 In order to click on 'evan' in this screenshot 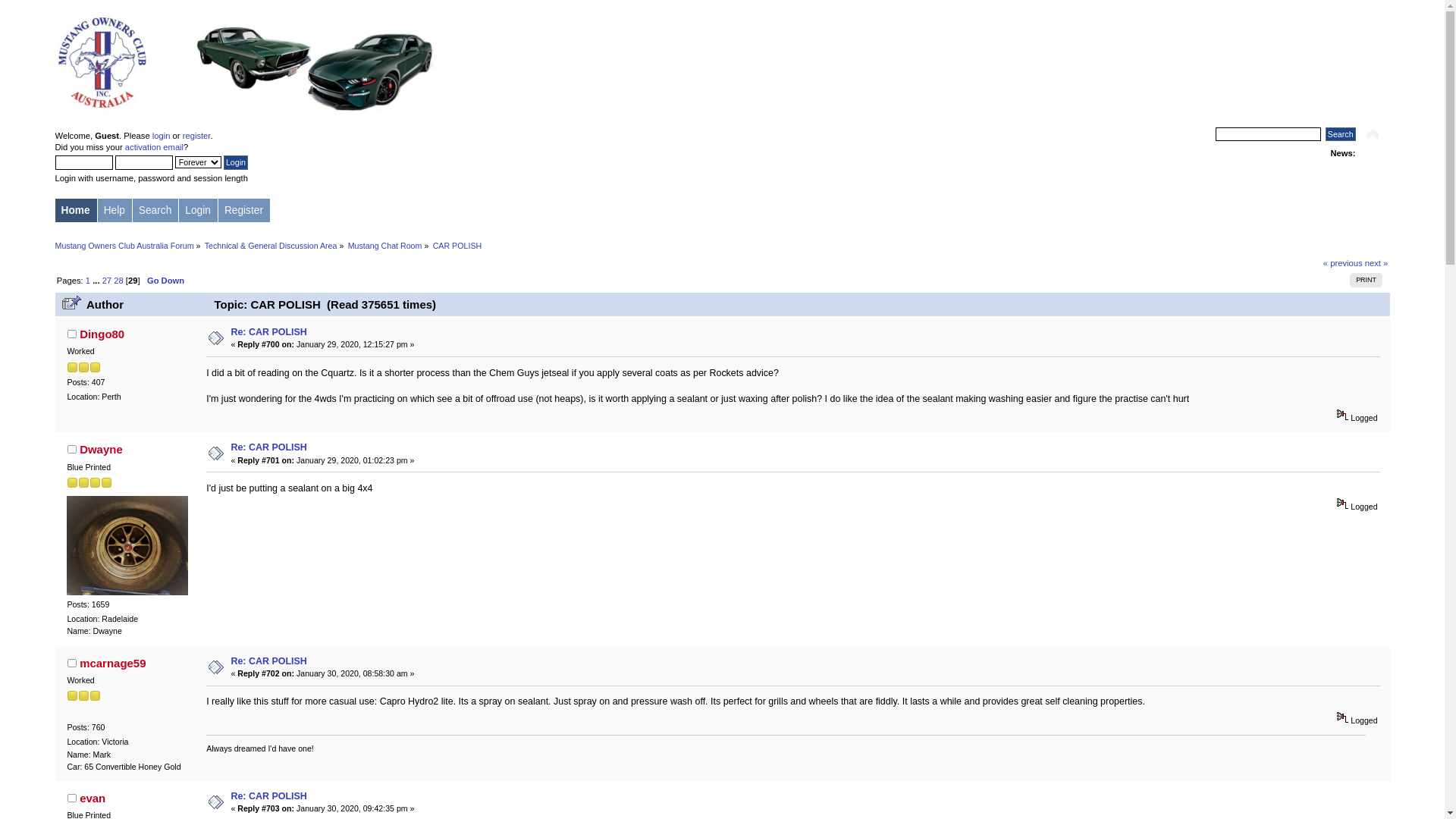, I will do `click(79, 797)`.